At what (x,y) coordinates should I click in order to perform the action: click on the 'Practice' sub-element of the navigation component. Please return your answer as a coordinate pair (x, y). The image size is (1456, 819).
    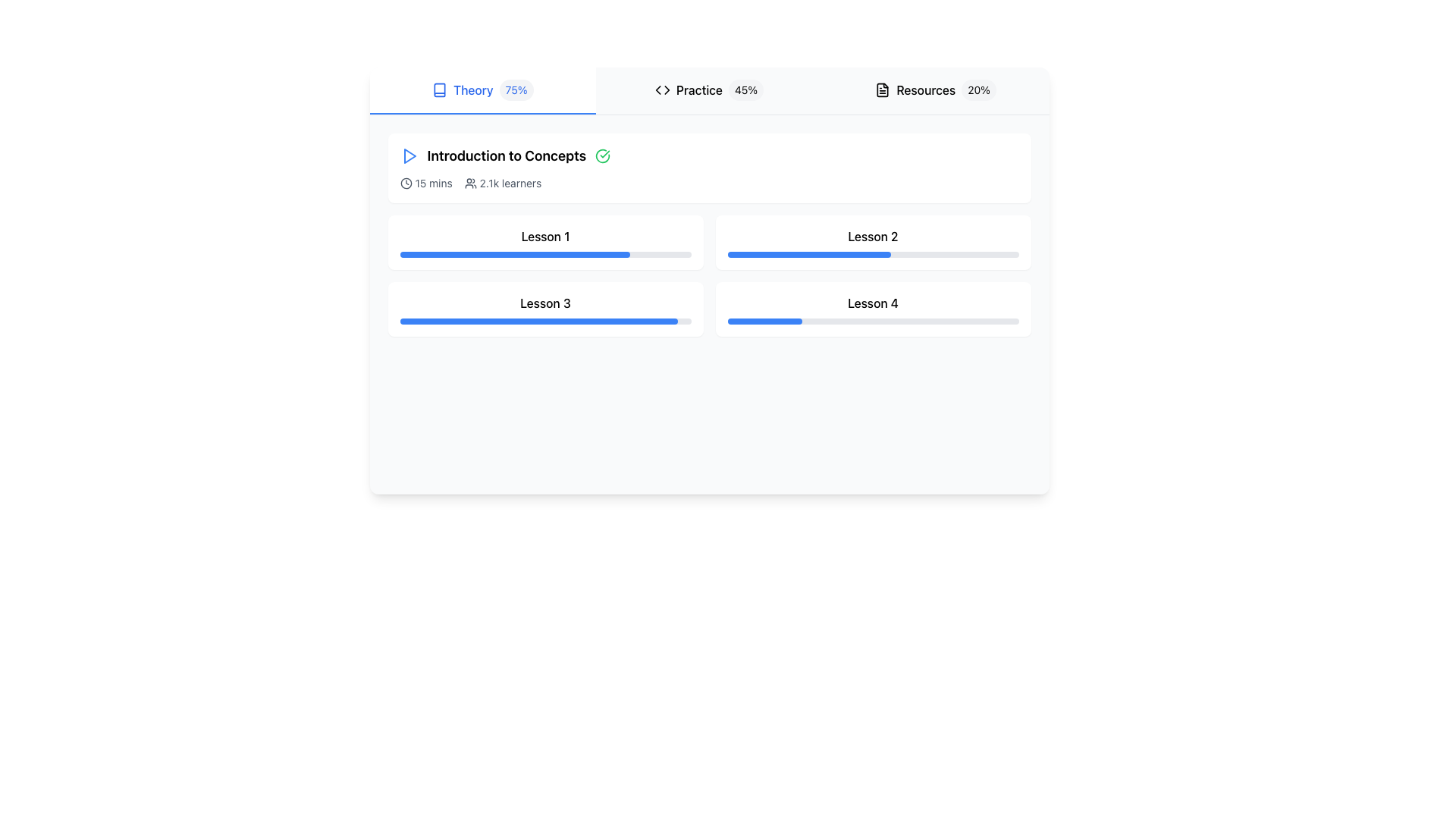
    Looking at the image, I should click on (708, 90).